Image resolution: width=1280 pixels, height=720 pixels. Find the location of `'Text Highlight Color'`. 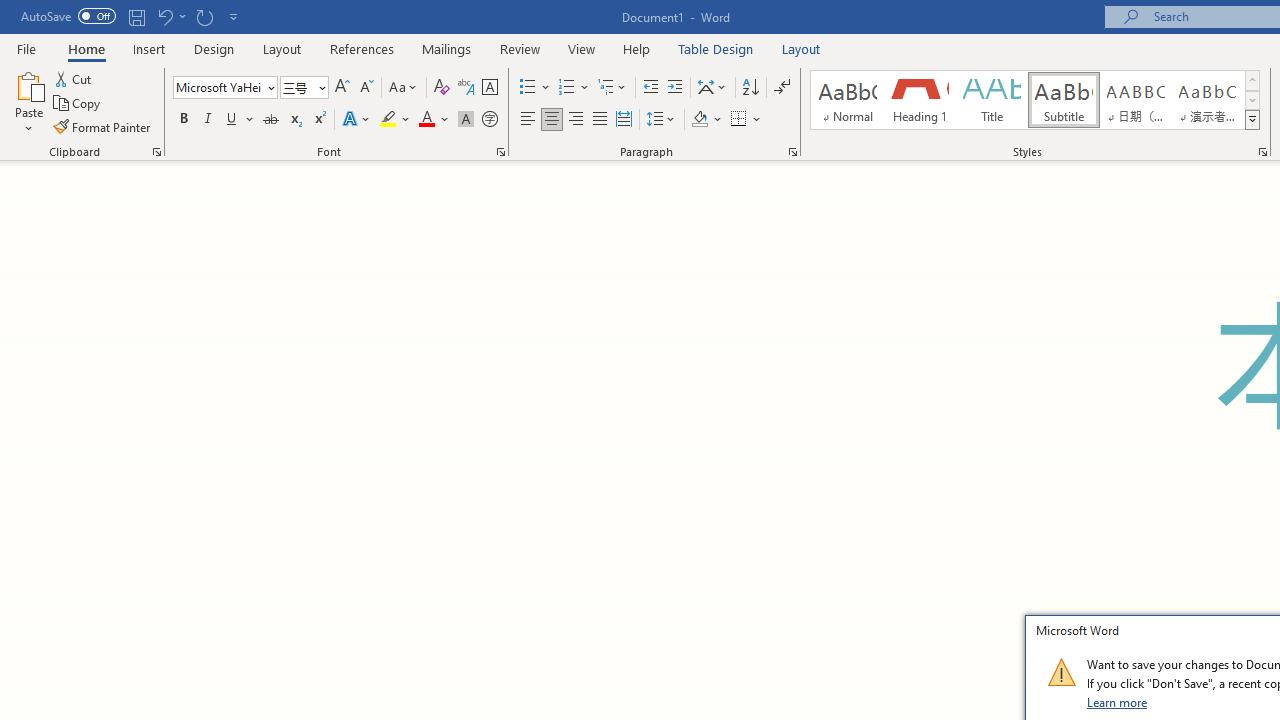

'Text Highlight Color' is located at coordinates (395, 119).